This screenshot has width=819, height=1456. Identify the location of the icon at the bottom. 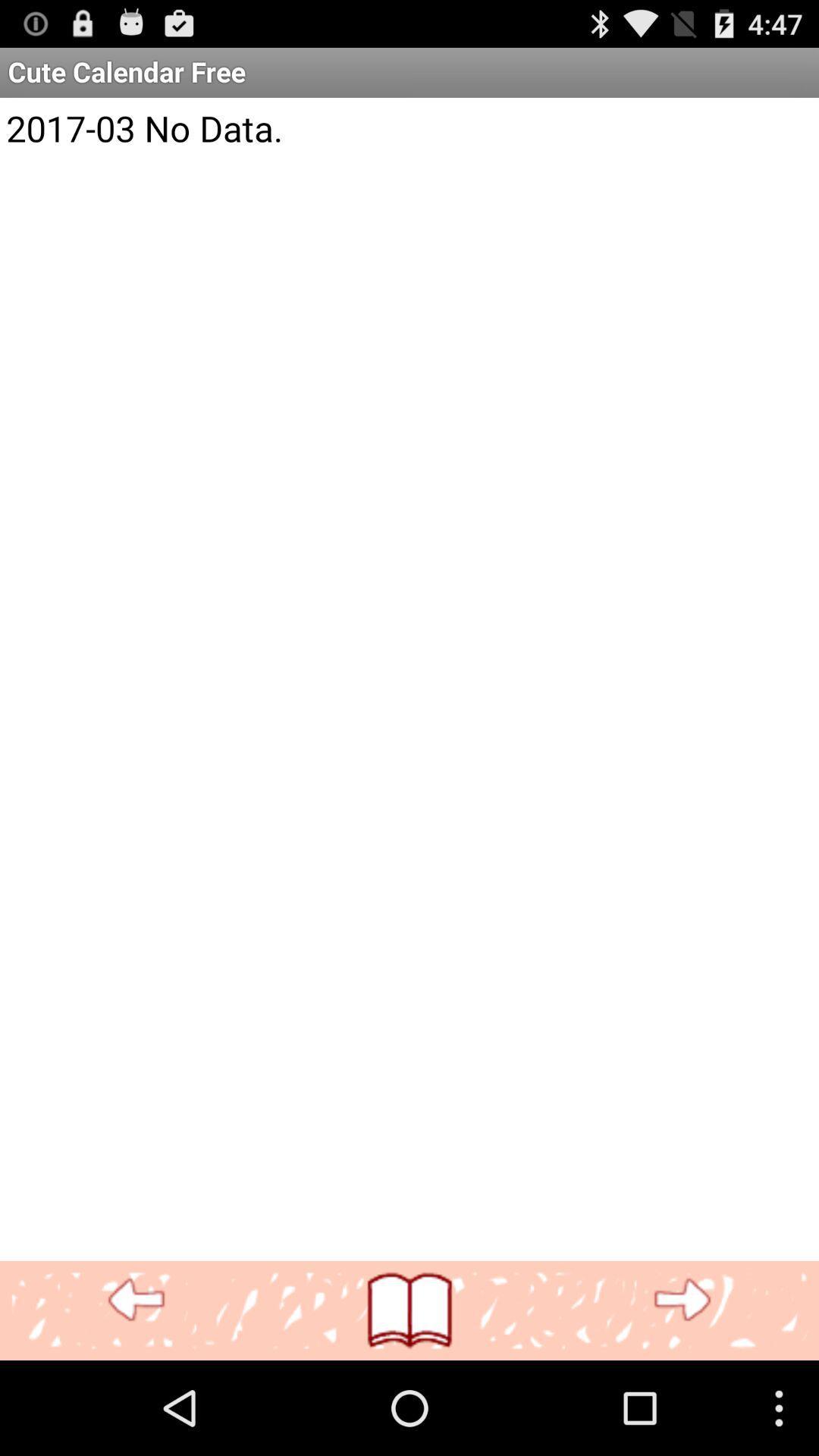
(409, 1310).